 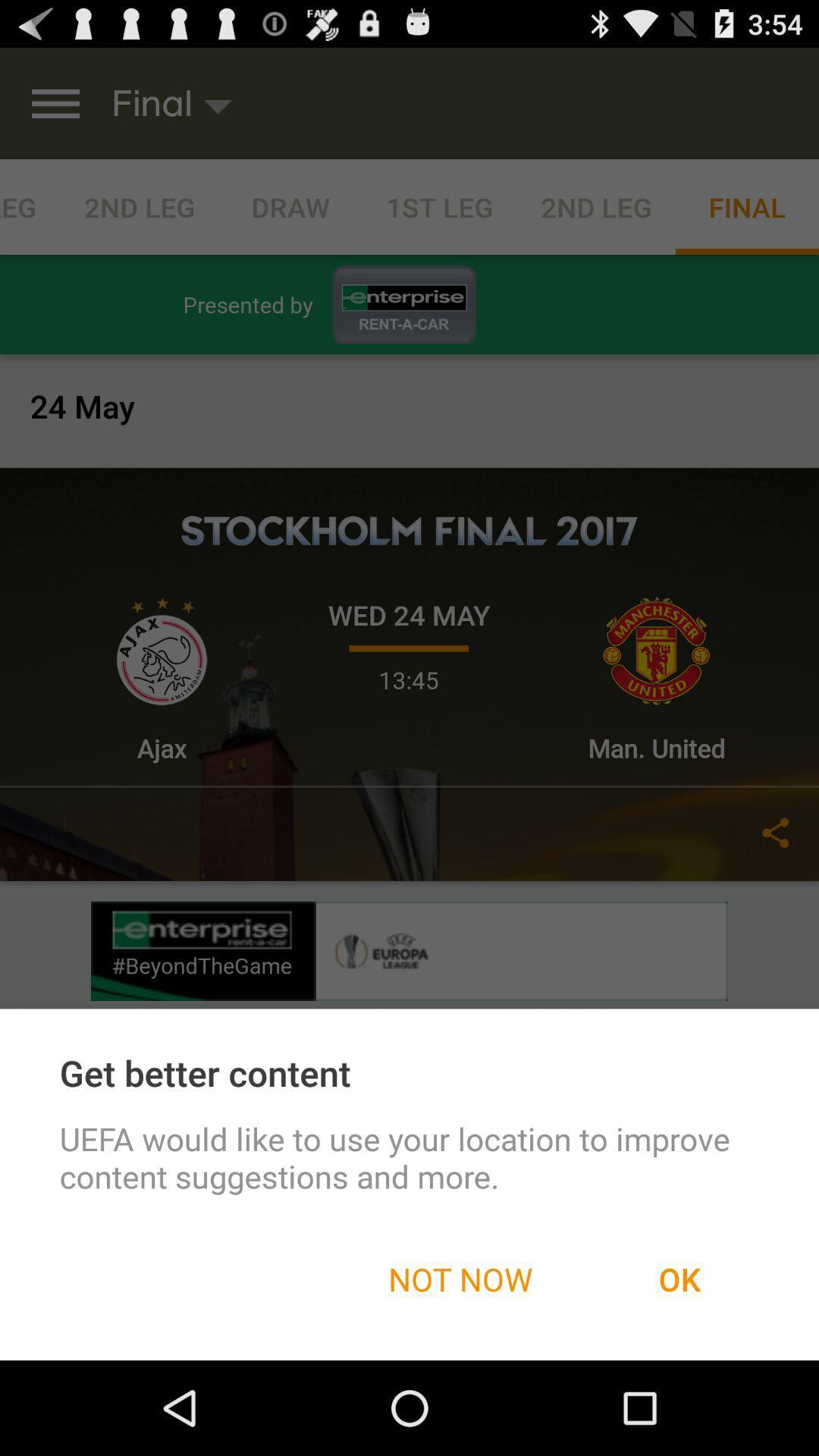 I want to click on the item below uefa would like, so click(x=460, y=1278).